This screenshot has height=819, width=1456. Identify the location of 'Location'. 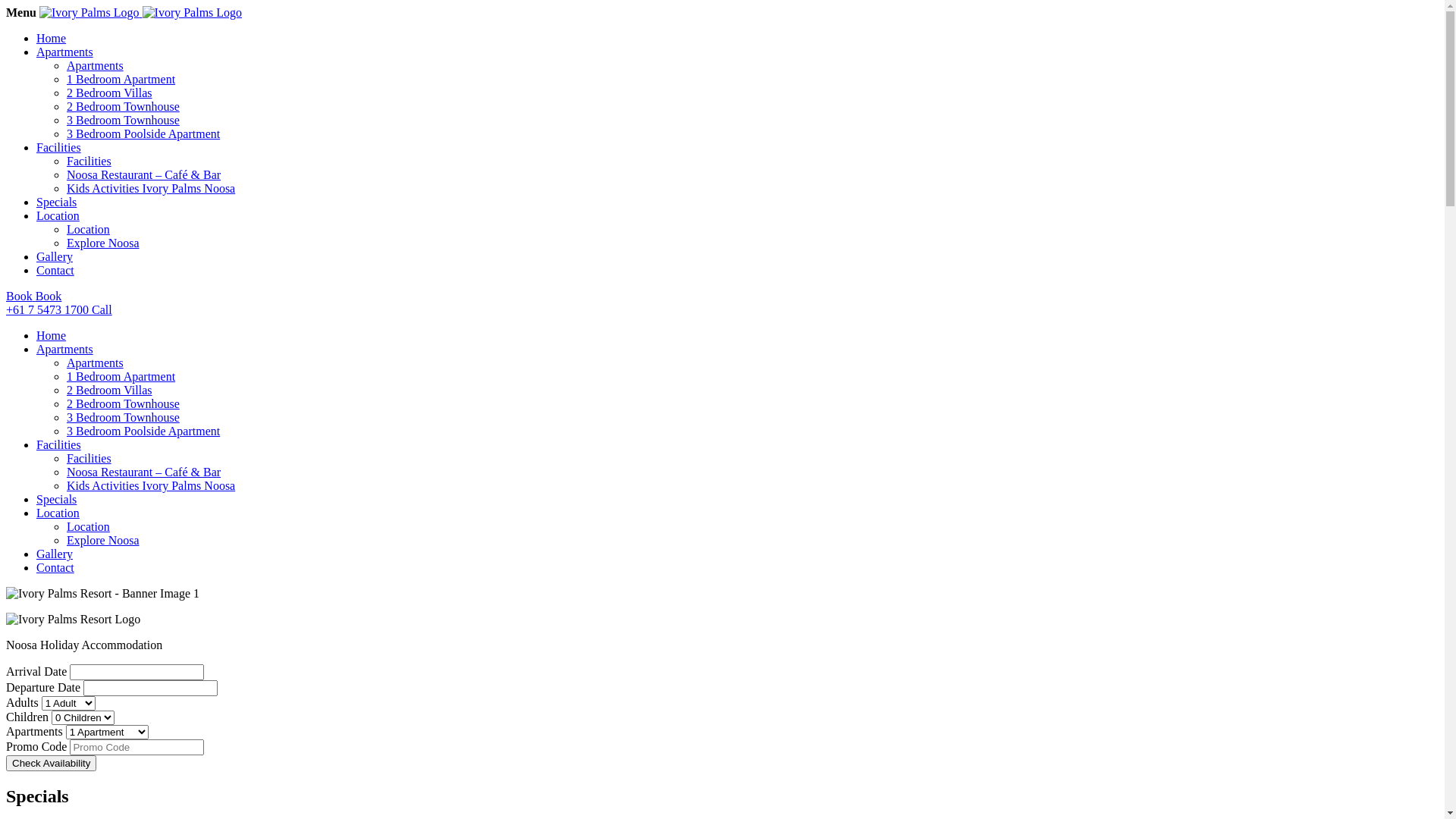
(58, 215).